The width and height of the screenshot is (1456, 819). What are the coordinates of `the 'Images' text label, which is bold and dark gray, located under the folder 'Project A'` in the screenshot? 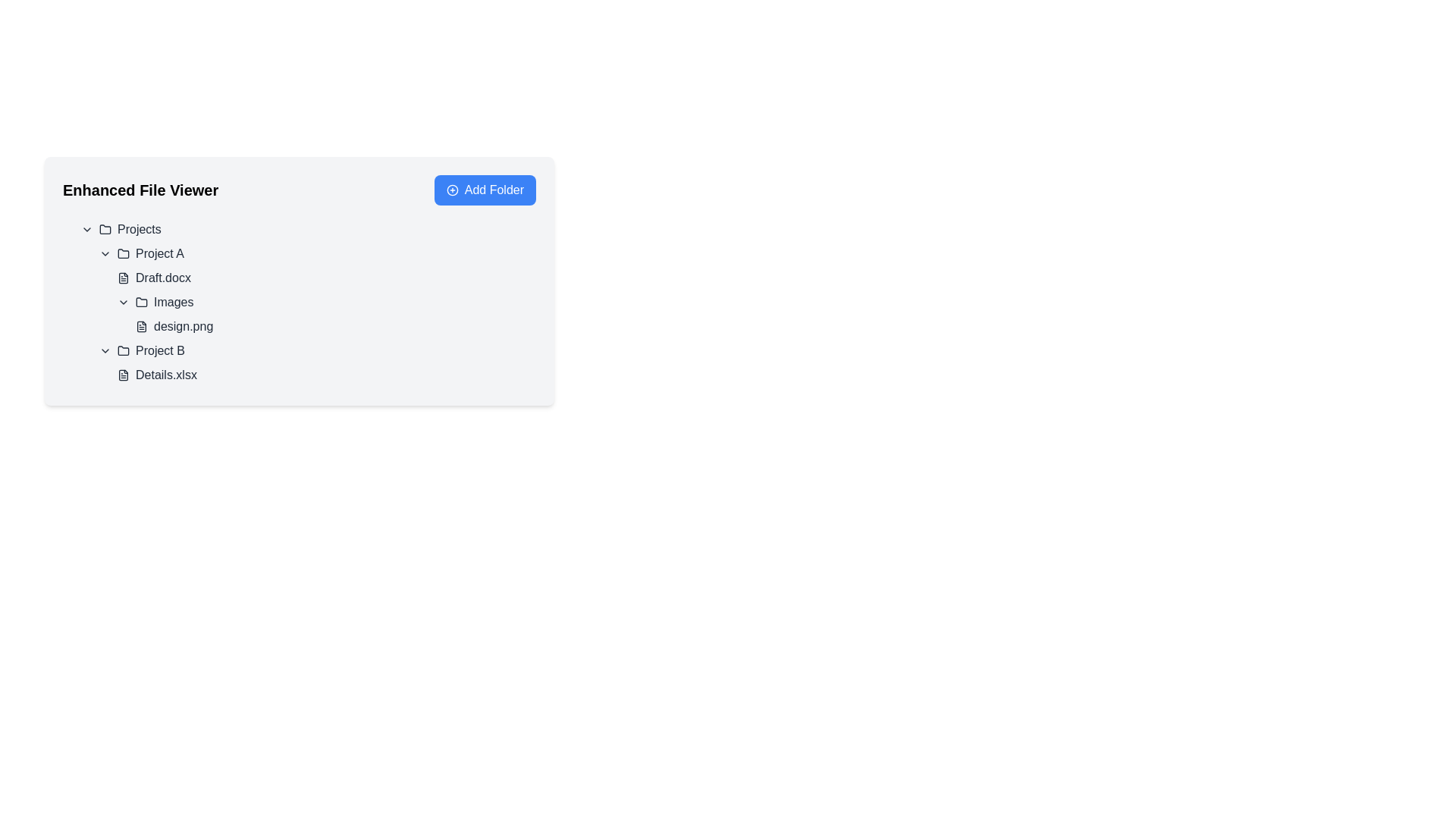 It's located at (174, 302).